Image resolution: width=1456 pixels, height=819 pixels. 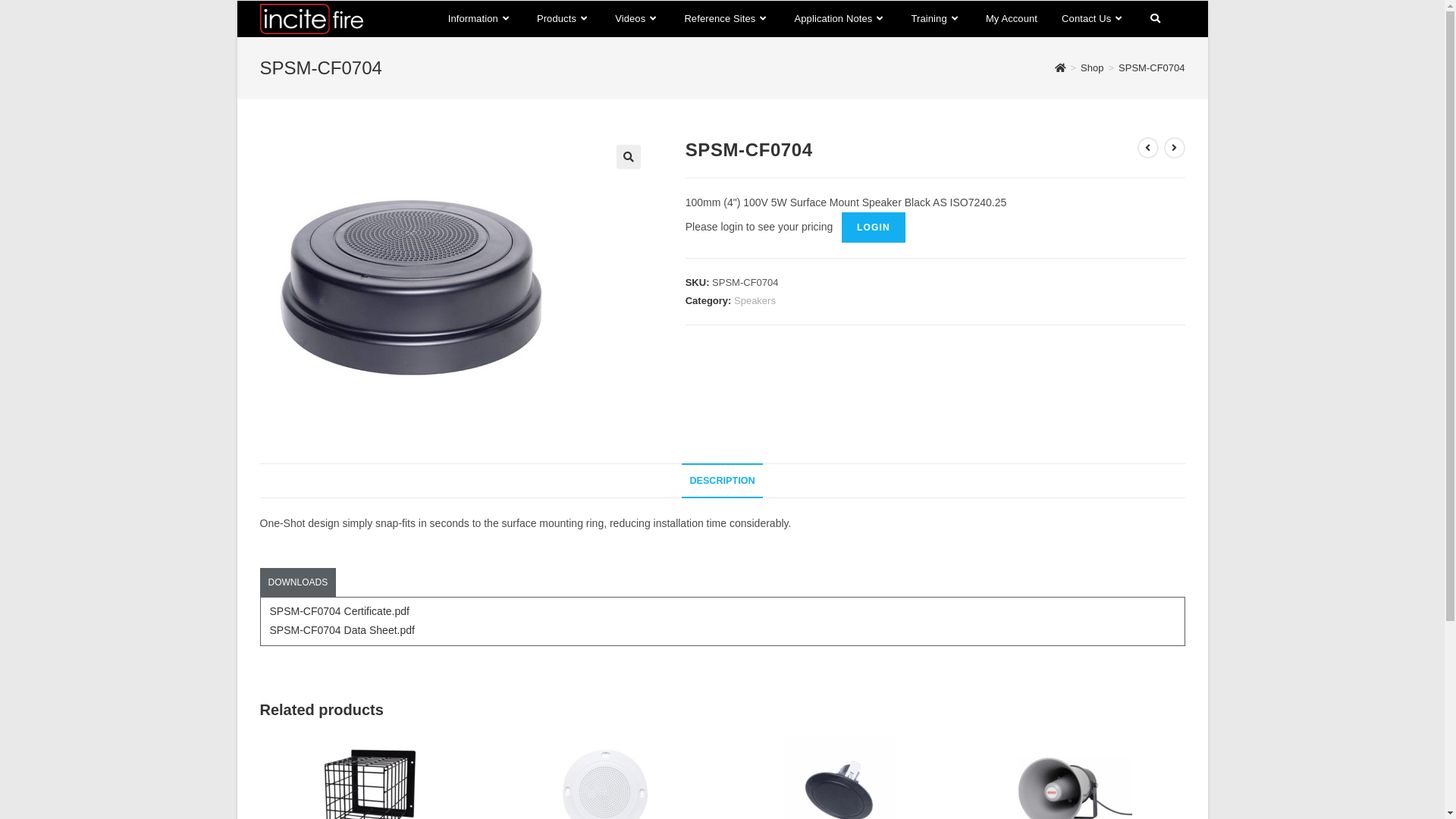 I want to click on 'Application Notes', so click(x=839, y=18).